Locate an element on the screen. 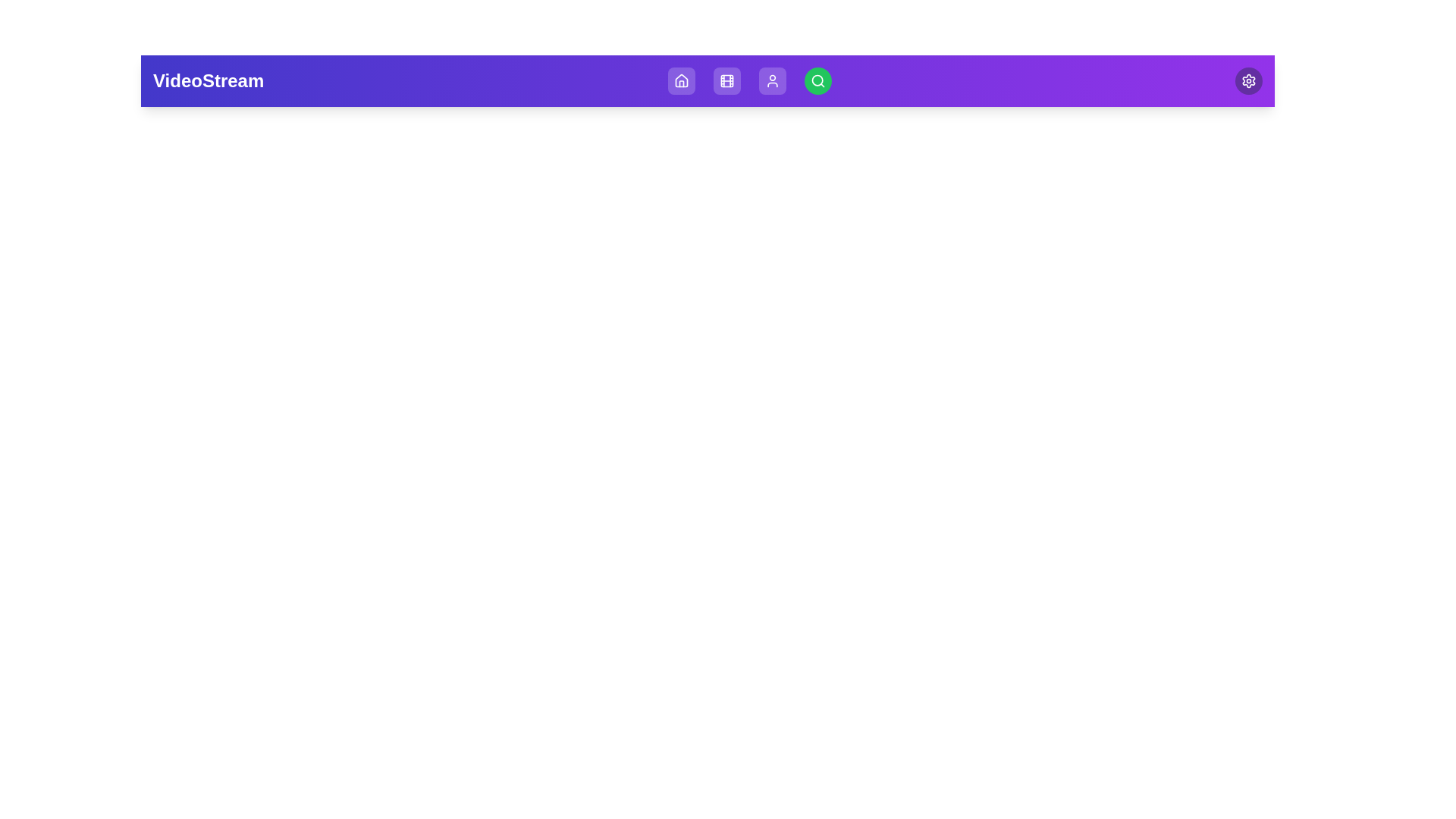 This screenshot has width=1456, height=819. the Film button in the navigation bar is located at coordinates (726, 81).